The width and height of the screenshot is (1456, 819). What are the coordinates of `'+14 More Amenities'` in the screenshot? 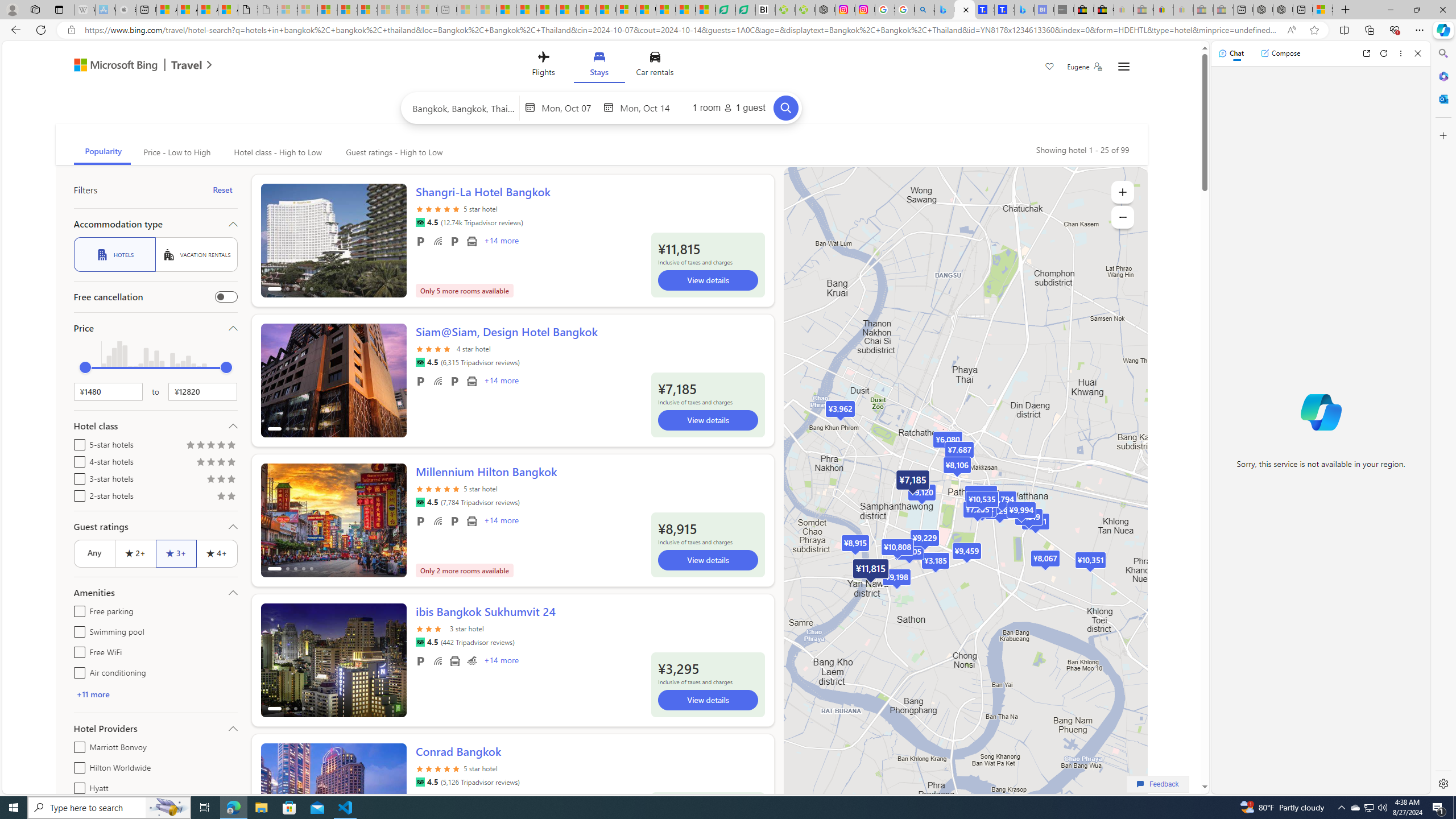 It's located at (500, 661).